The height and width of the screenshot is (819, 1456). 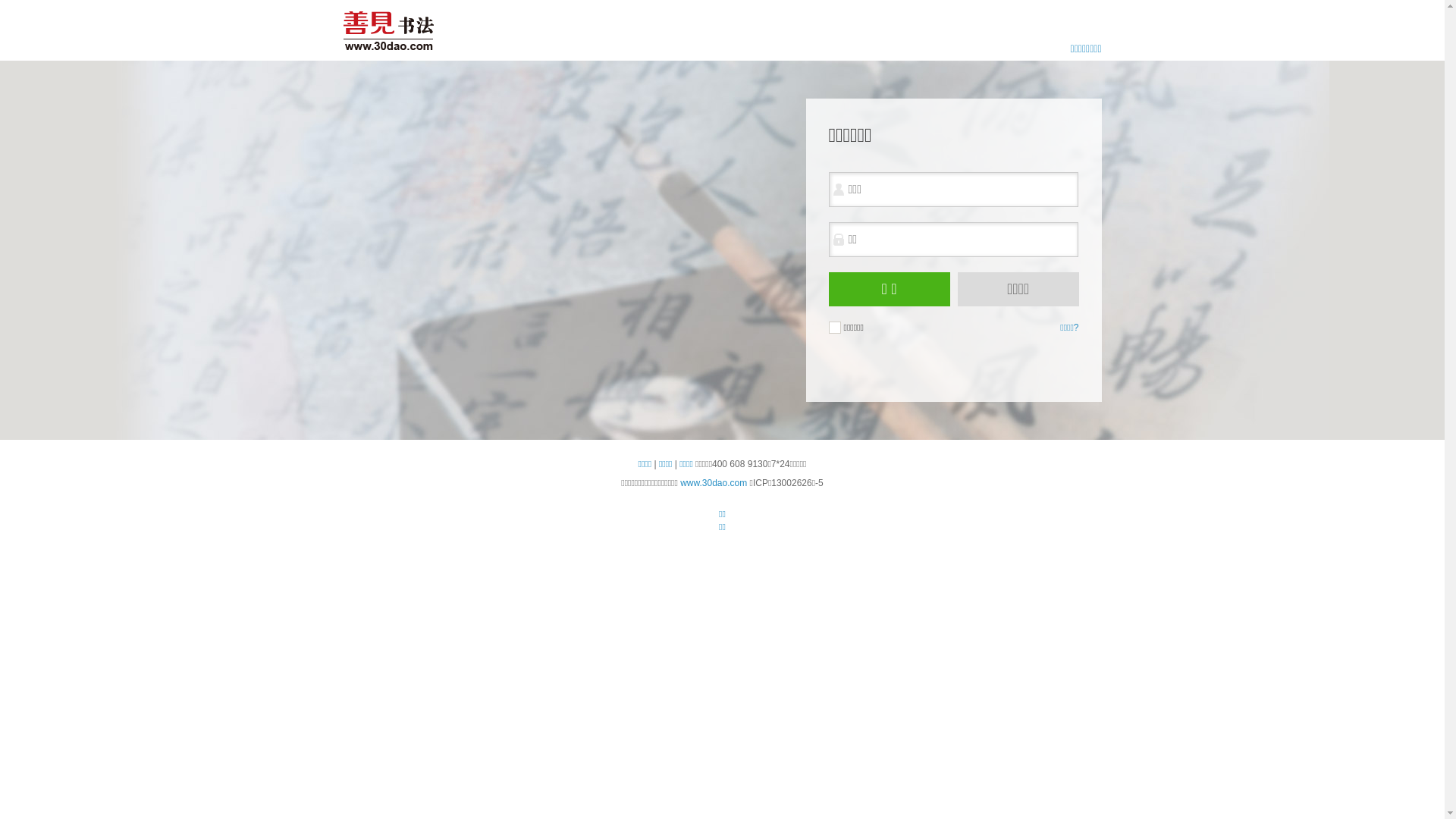 I want to click on 'www.30dao.com', so click(x=712, y=482).